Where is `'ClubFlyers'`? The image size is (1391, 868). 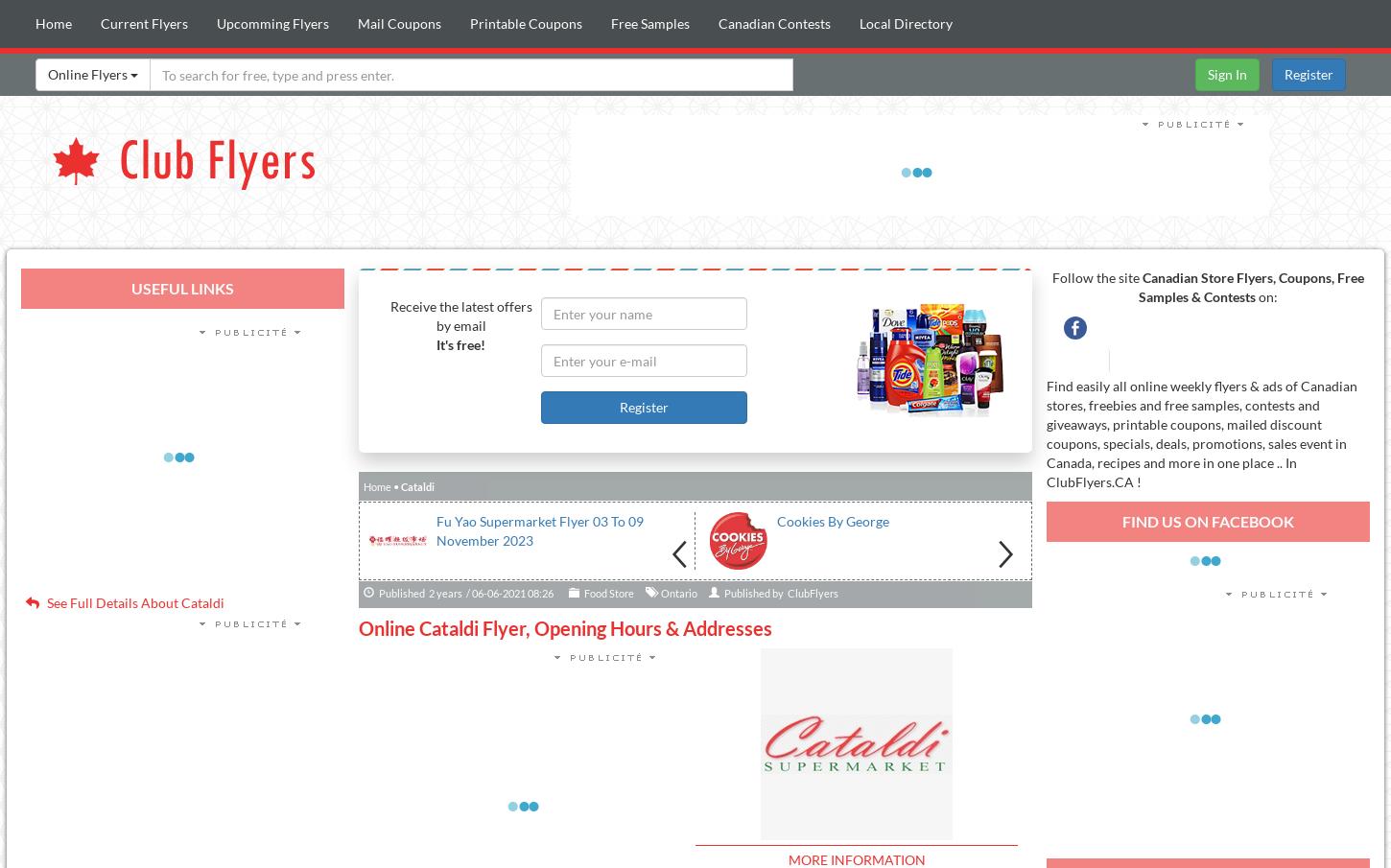
'ClubFlyers' is located at coordinates (812, 592).